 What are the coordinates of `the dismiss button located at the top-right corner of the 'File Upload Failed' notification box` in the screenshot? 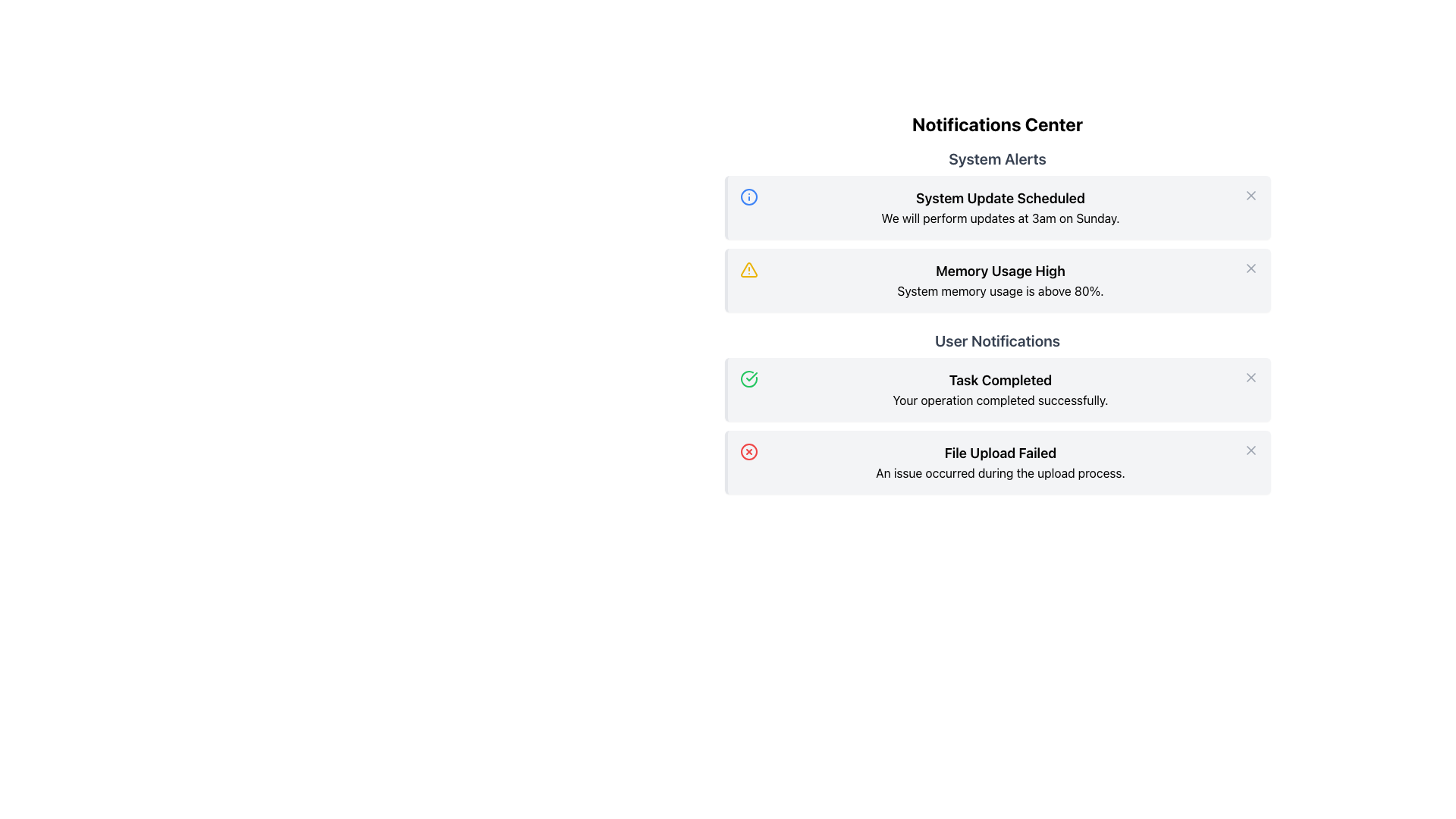 It's located at (1250, 450).